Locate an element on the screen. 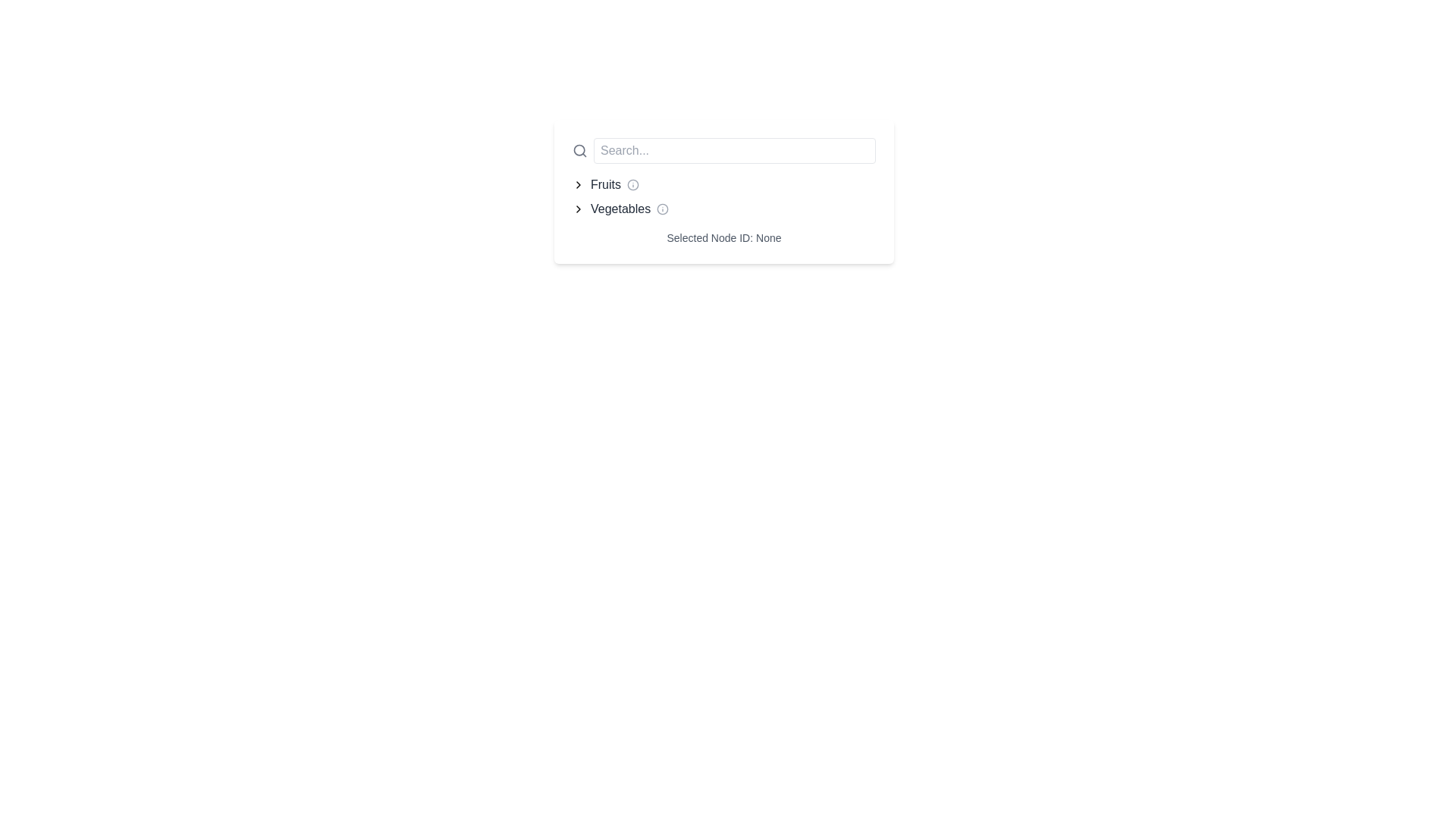 The width and height of the screenshot is (1456, 819). the informational indicator icon located to the right of the text 'Vegetables' is located at coordinates (663, 209).